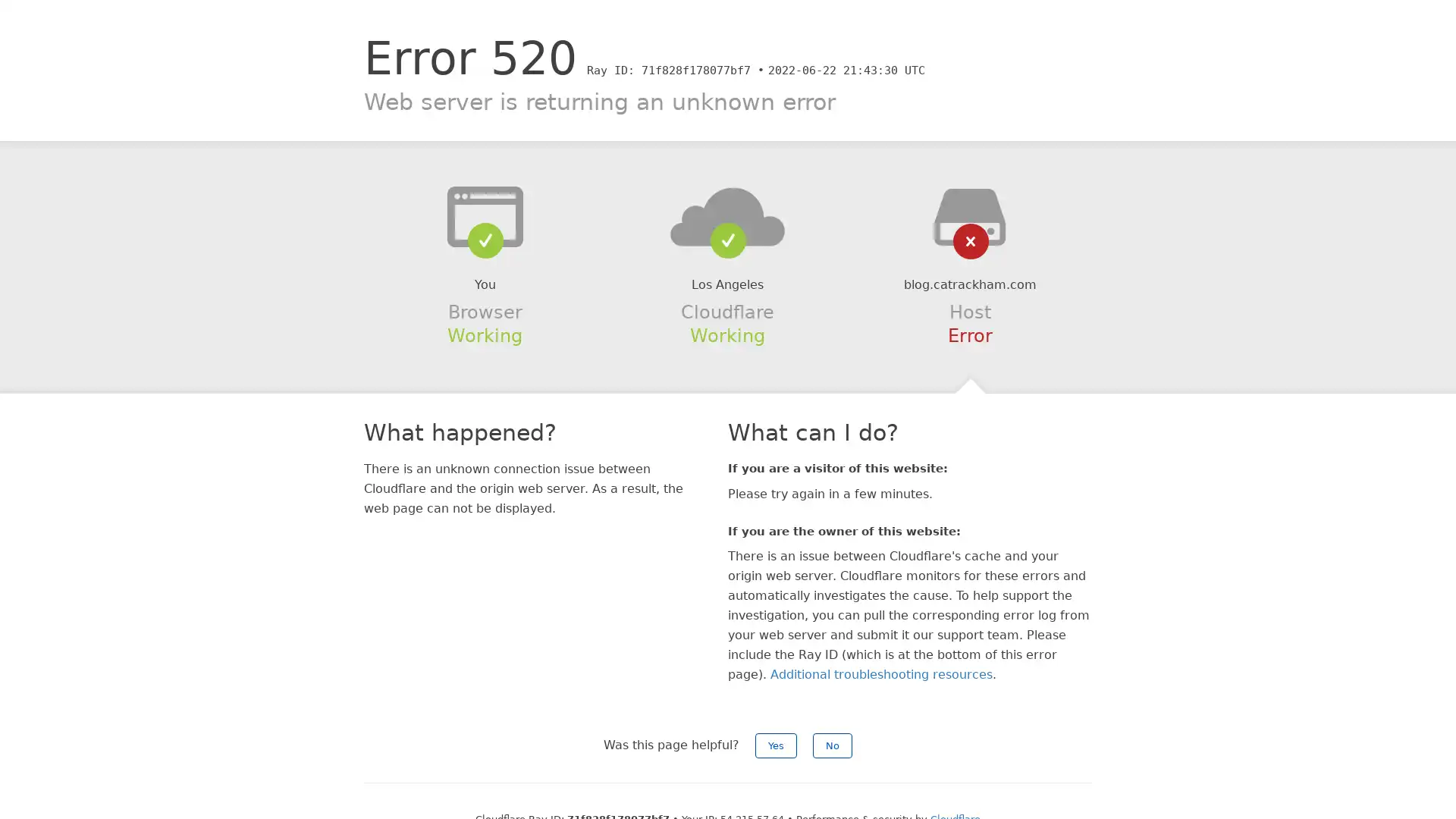  I want to click on No, so click(832, 745).